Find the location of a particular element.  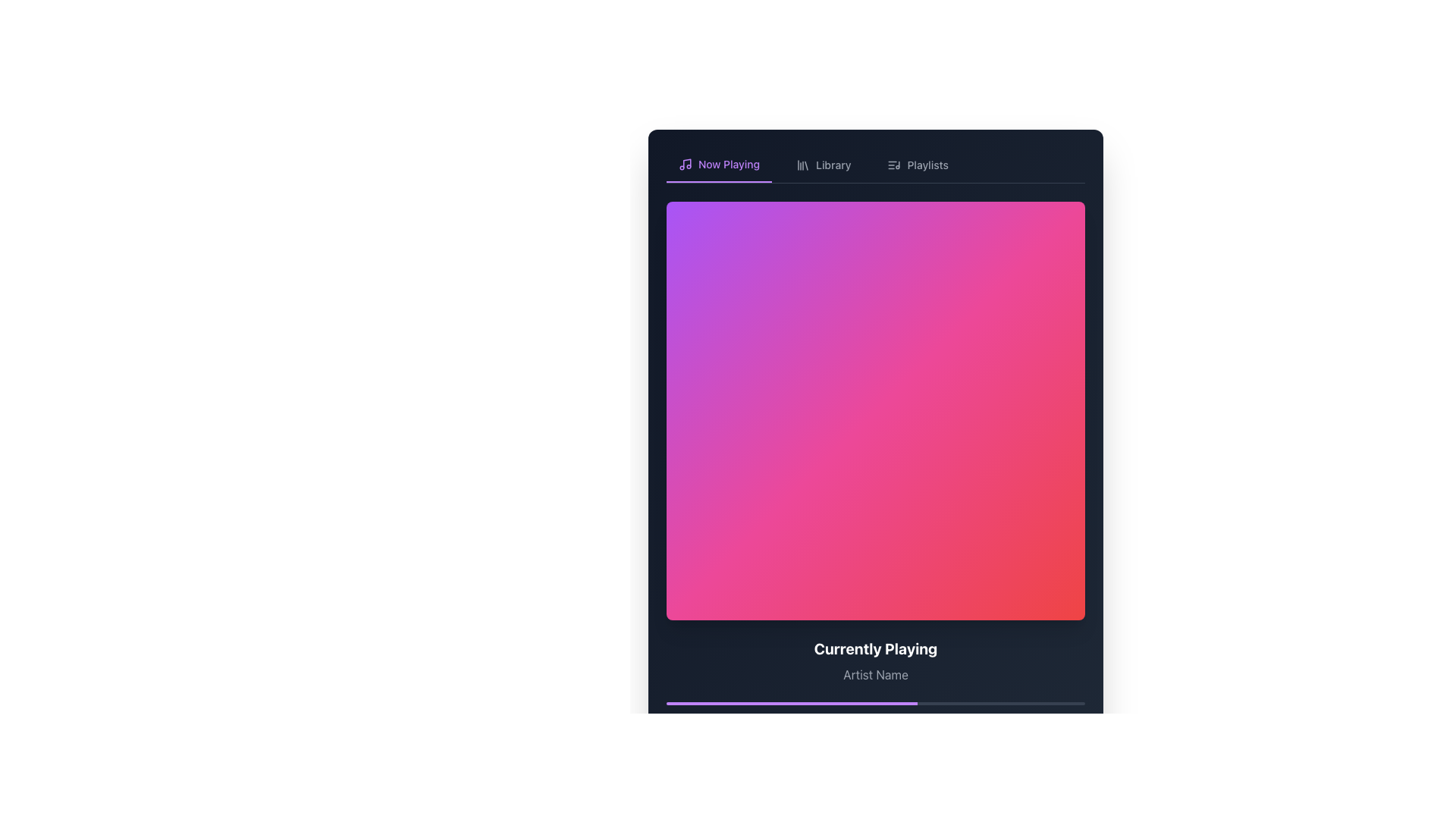

the 'Now Playing' icon located to the left of the 'Now Playing' text in the top bar of the interface is located at coordinates (684, 164).